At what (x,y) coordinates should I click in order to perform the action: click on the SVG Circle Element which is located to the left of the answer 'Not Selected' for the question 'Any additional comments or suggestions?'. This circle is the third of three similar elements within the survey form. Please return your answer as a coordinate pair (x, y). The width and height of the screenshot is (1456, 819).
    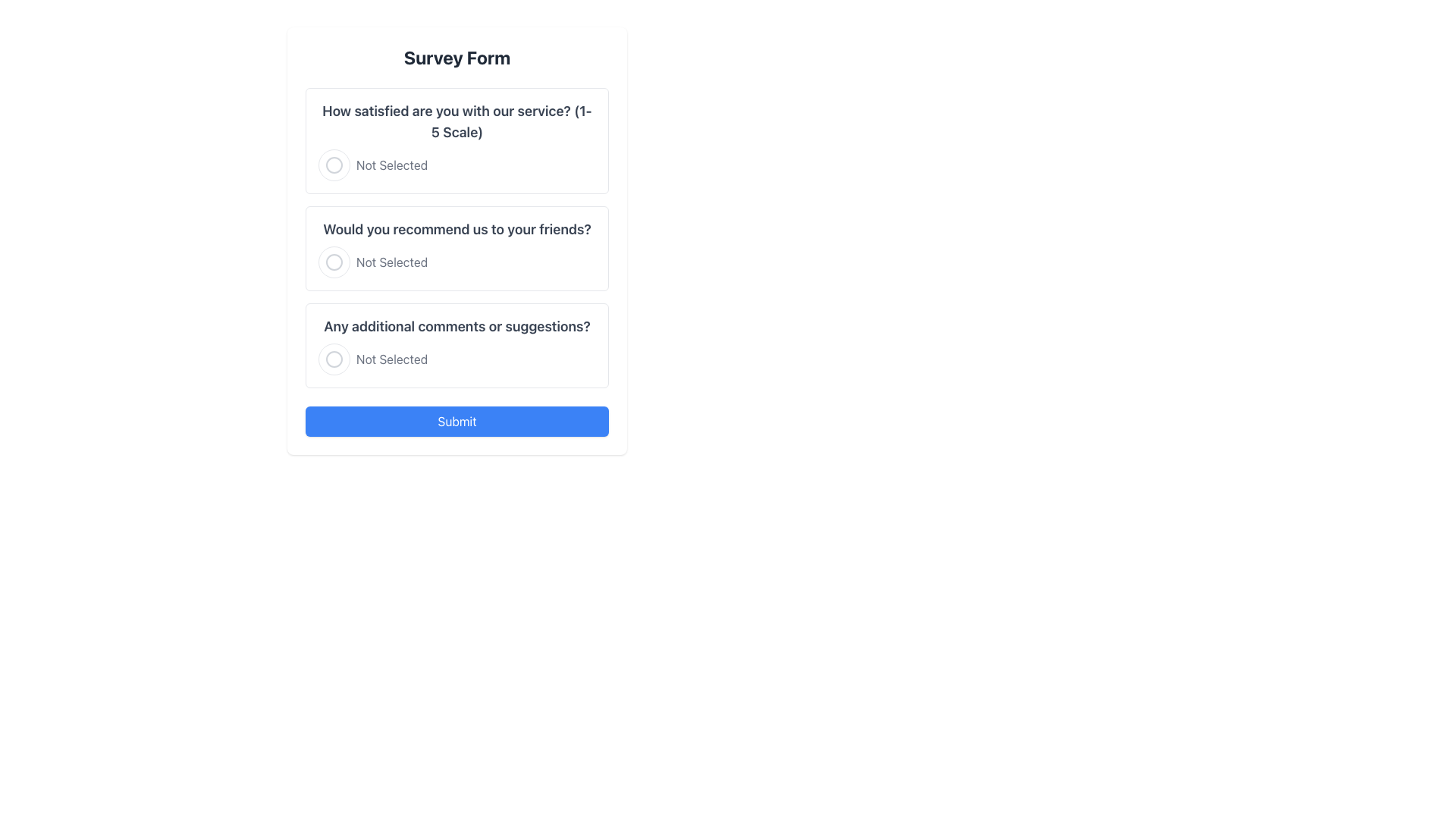
    Looking at the image, I should click on (334, 359).